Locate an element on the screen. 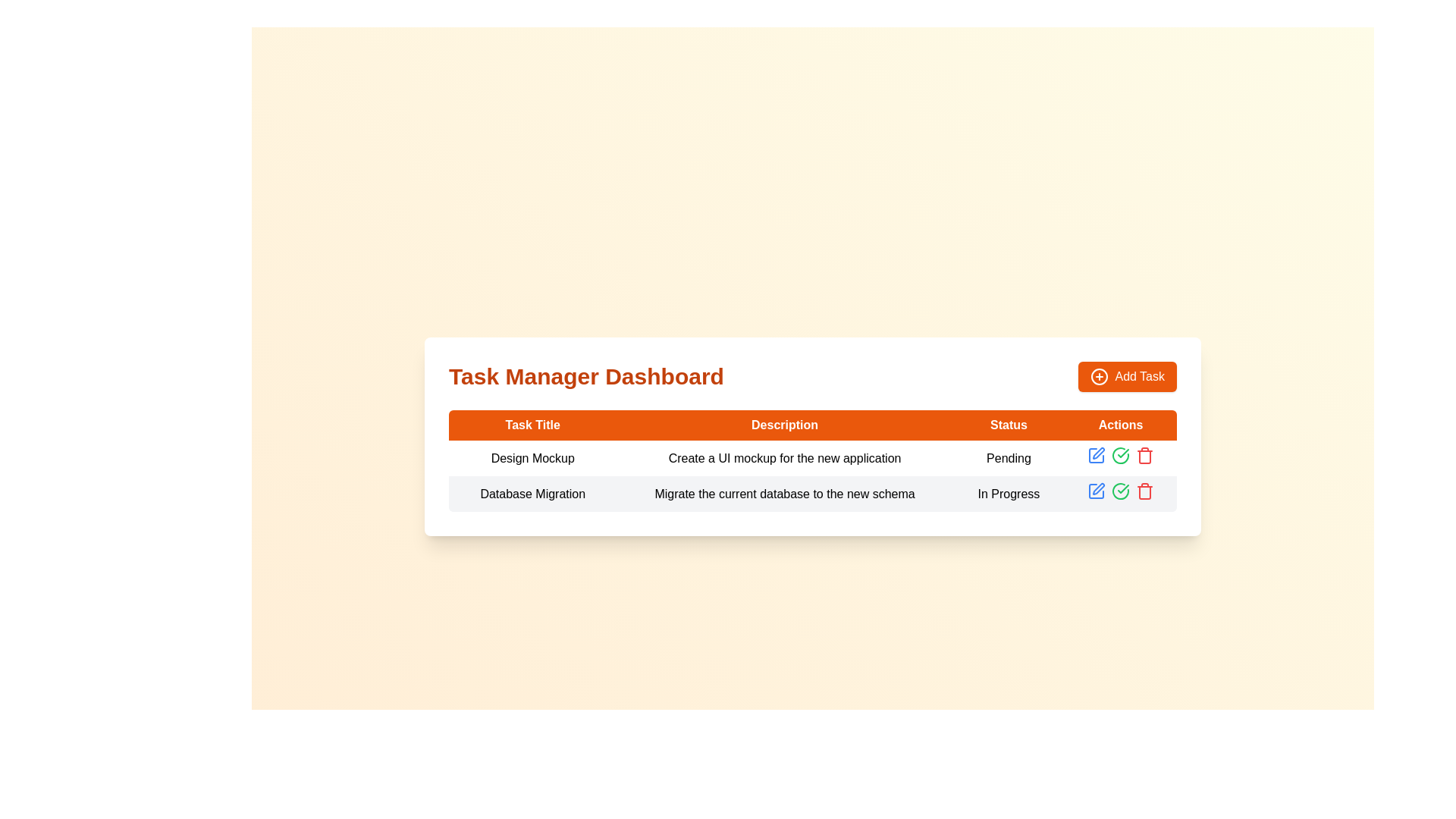 The image size is (1456, 819). the 'Add New Task' button located at the top-right corner of the 'Task Manager Dashboard' to change its visual state is located at coordinates (1128, 376).